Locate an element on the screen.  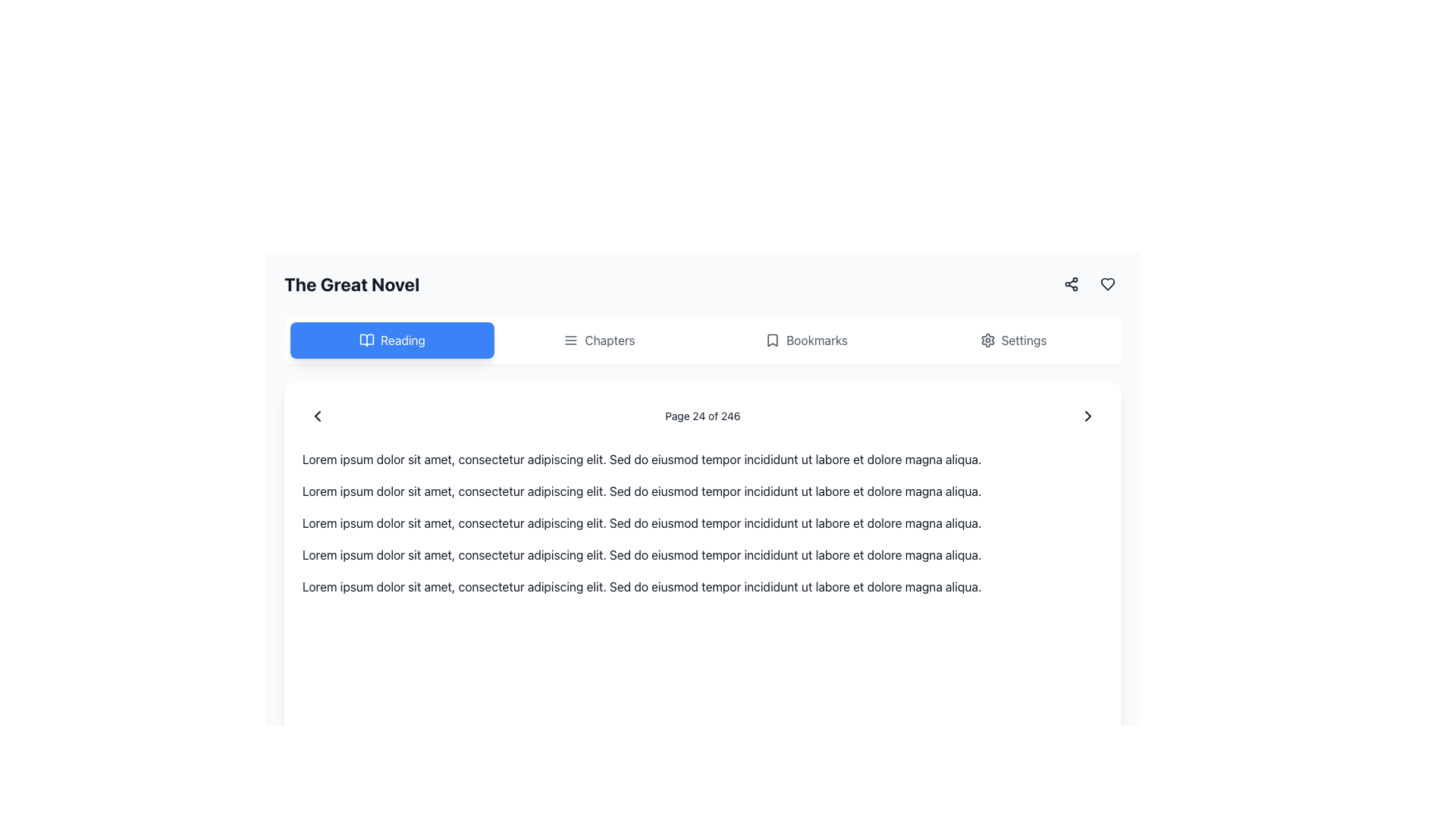
the Heart icon button located in the top-right corner of the interface is located at coordinates (1107, 284).